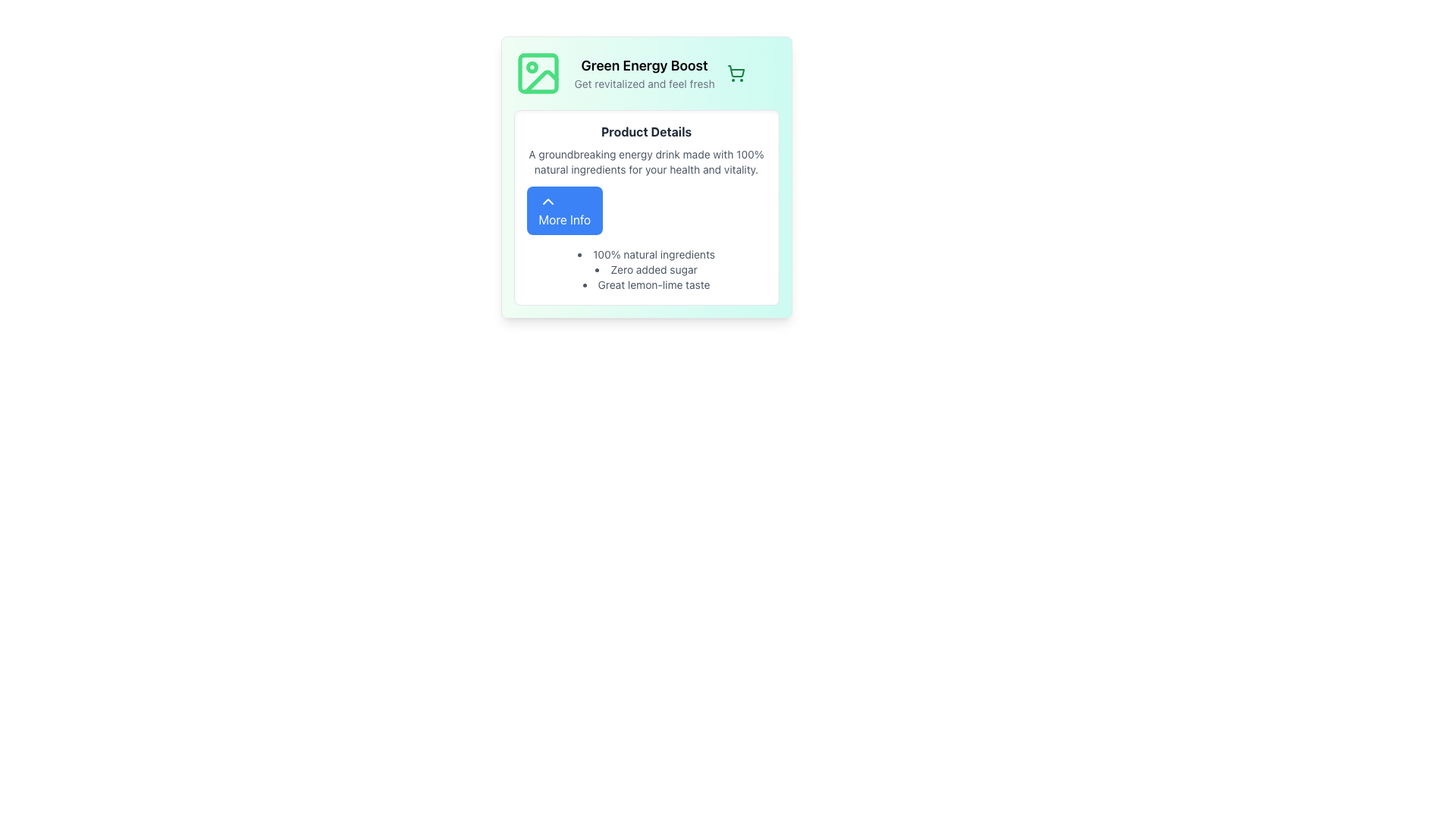 This screenshot has width=1456, height=819. Describe the element at coordinates (644, 65) in the screenshot. I see `title text 'Green Energy Boost' positioned at the top of the card component, centered horizontally above the subtitle` at that location.